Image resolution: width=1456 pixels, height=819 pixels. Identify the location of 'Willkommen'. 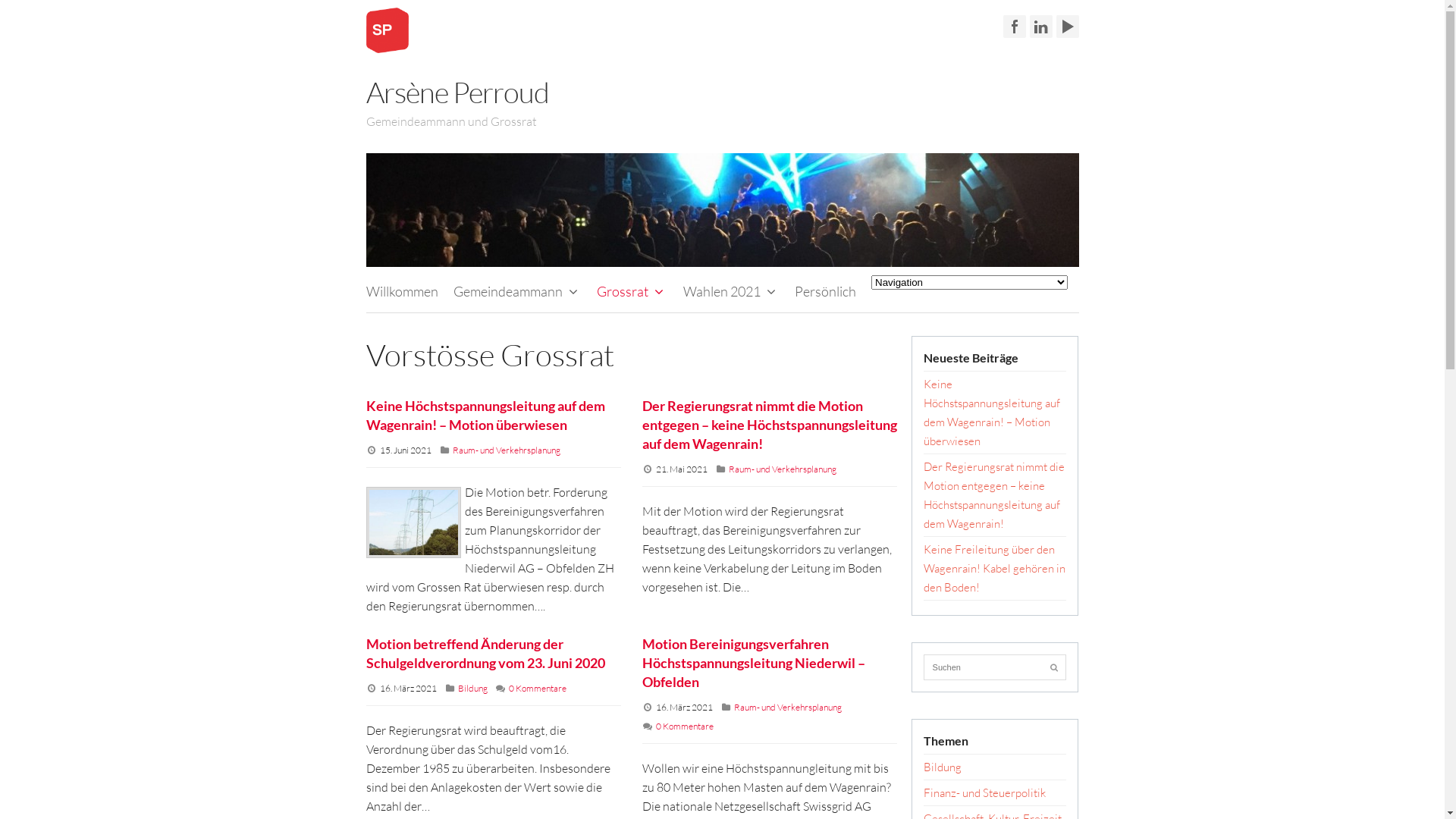
(401, 291).